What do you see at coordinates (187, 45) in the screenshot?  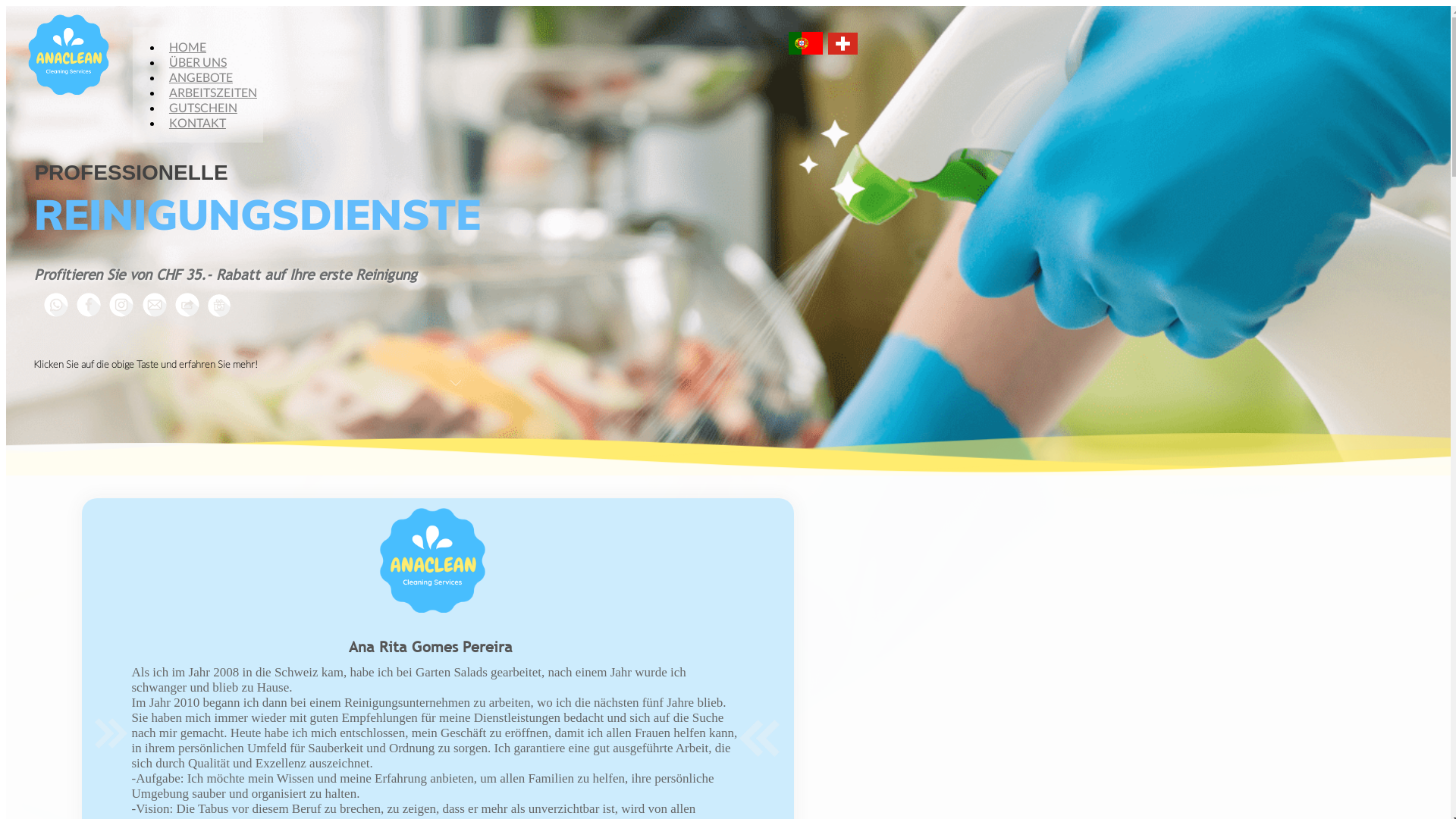 I see `'HOME'` at bounding box center [187, 45].